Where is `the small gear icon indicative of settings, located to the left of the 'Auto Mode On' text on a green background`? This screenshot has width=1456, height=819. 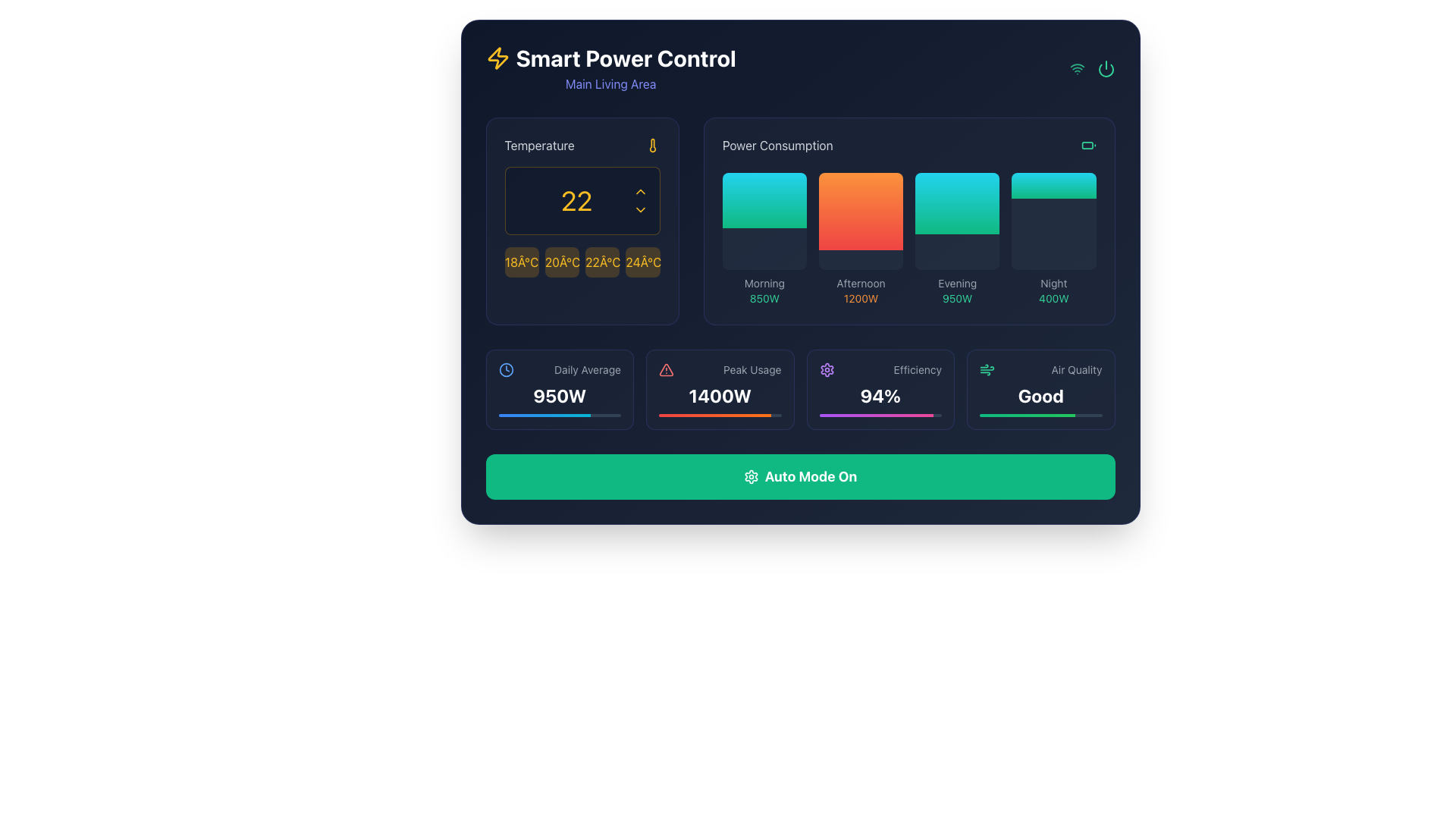 the small gear icon indicative of settings, located to the left of the 'Auto Mode On' text on a green background is located at coordinates (751, 475).